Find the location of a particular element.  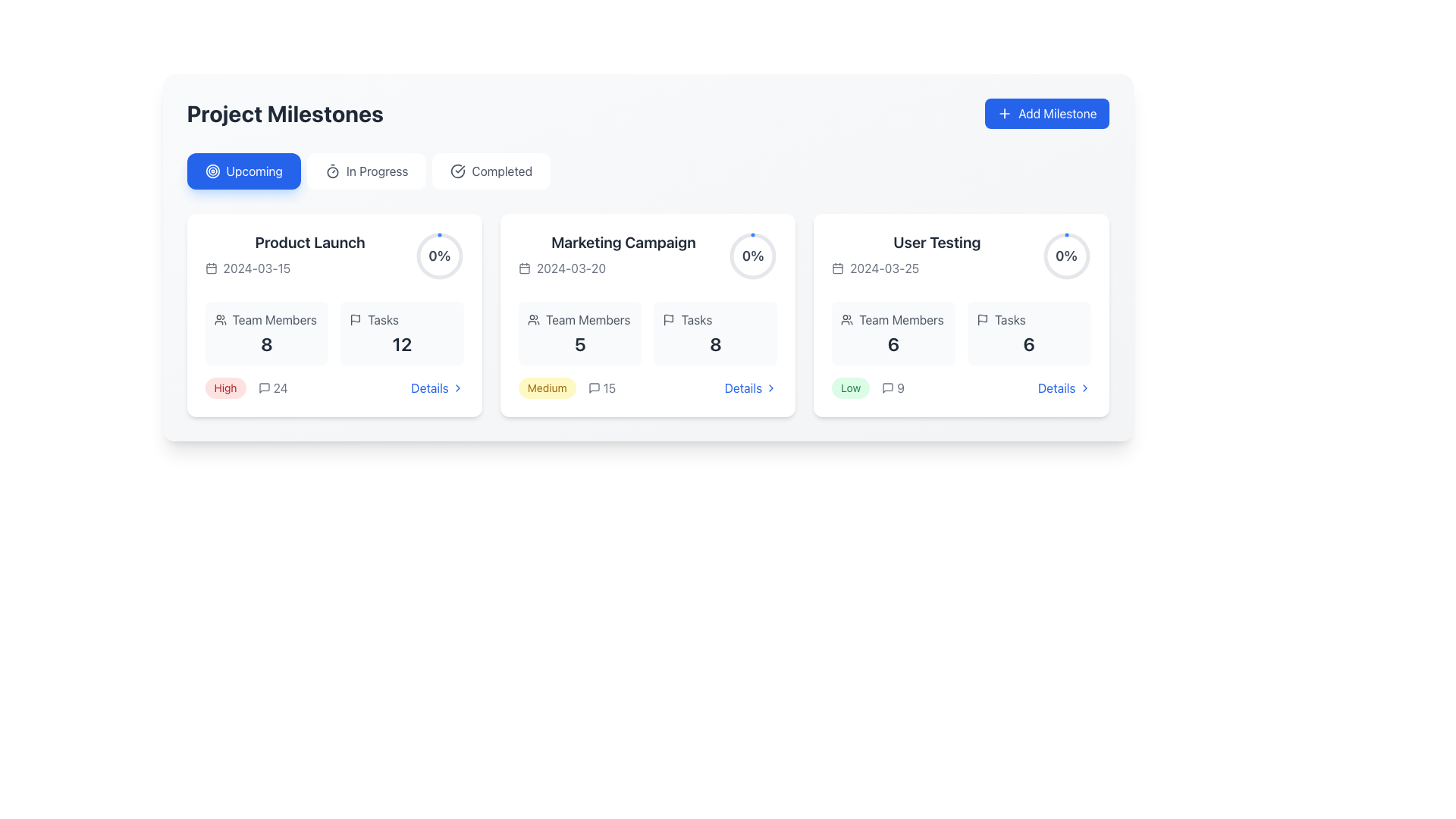

the decorative circular graphical shape with a light gray outline located in the top-right corner of the 'User Testing' milestone card is located at coordinates (1065, 256).